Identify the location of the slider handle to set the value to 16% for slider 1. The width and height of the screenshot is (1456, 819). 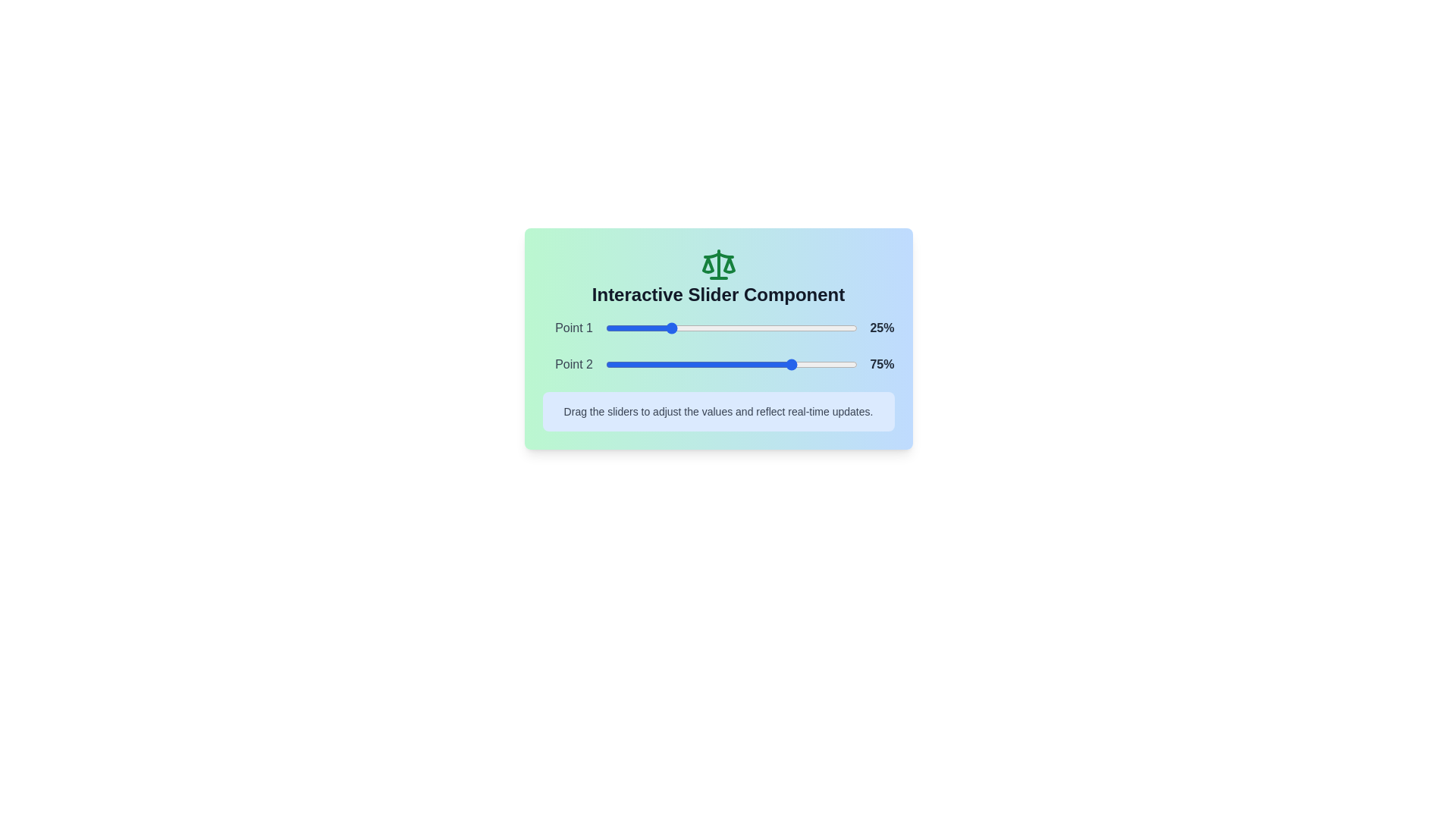
(645, 327).